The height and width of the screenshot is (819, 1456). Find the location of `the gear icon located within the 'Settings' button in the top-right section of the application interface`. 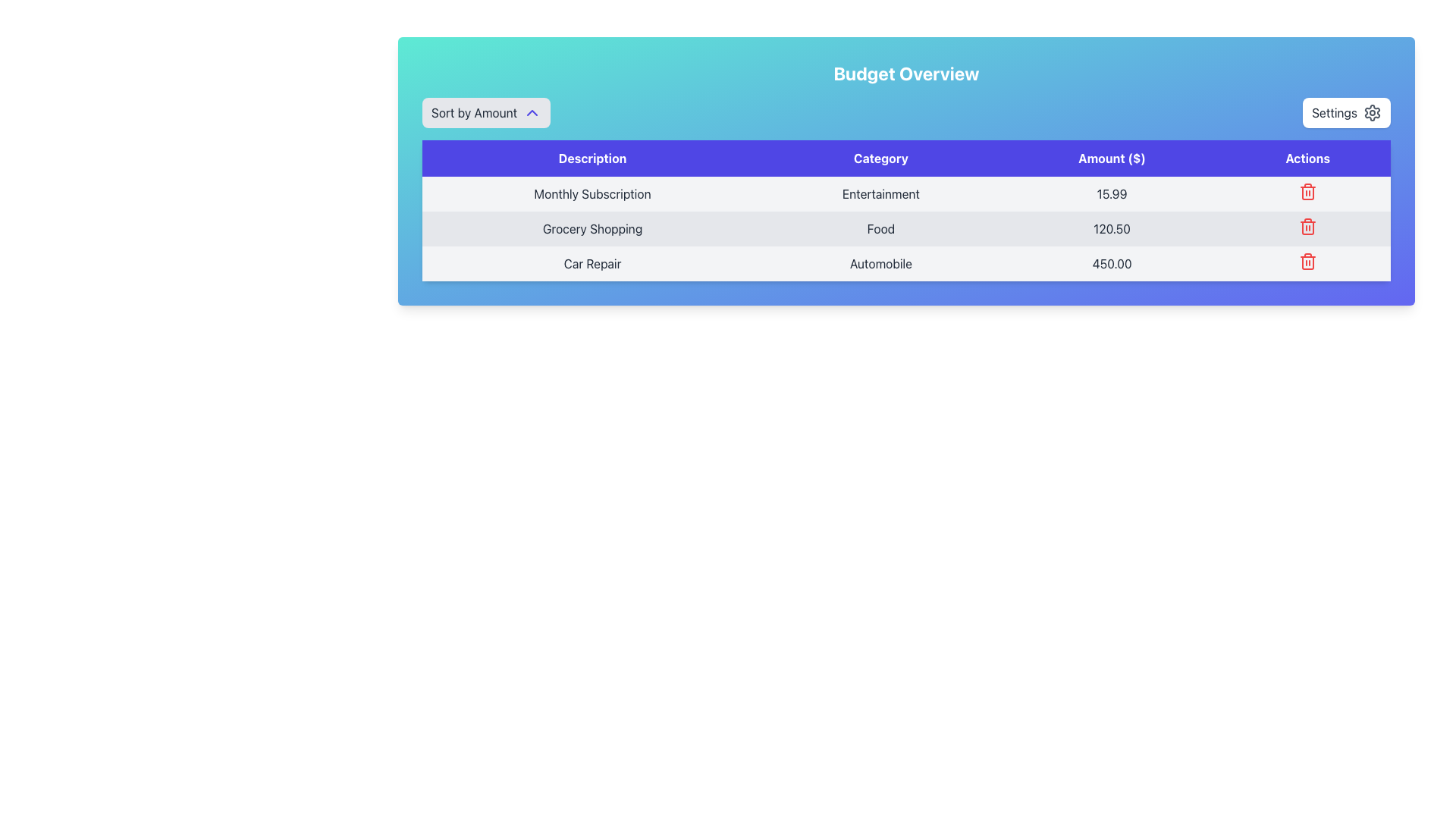

the gear icon located within the 'Settings' button in the top-right section of the application interface is located at coordinates (1372, 112).